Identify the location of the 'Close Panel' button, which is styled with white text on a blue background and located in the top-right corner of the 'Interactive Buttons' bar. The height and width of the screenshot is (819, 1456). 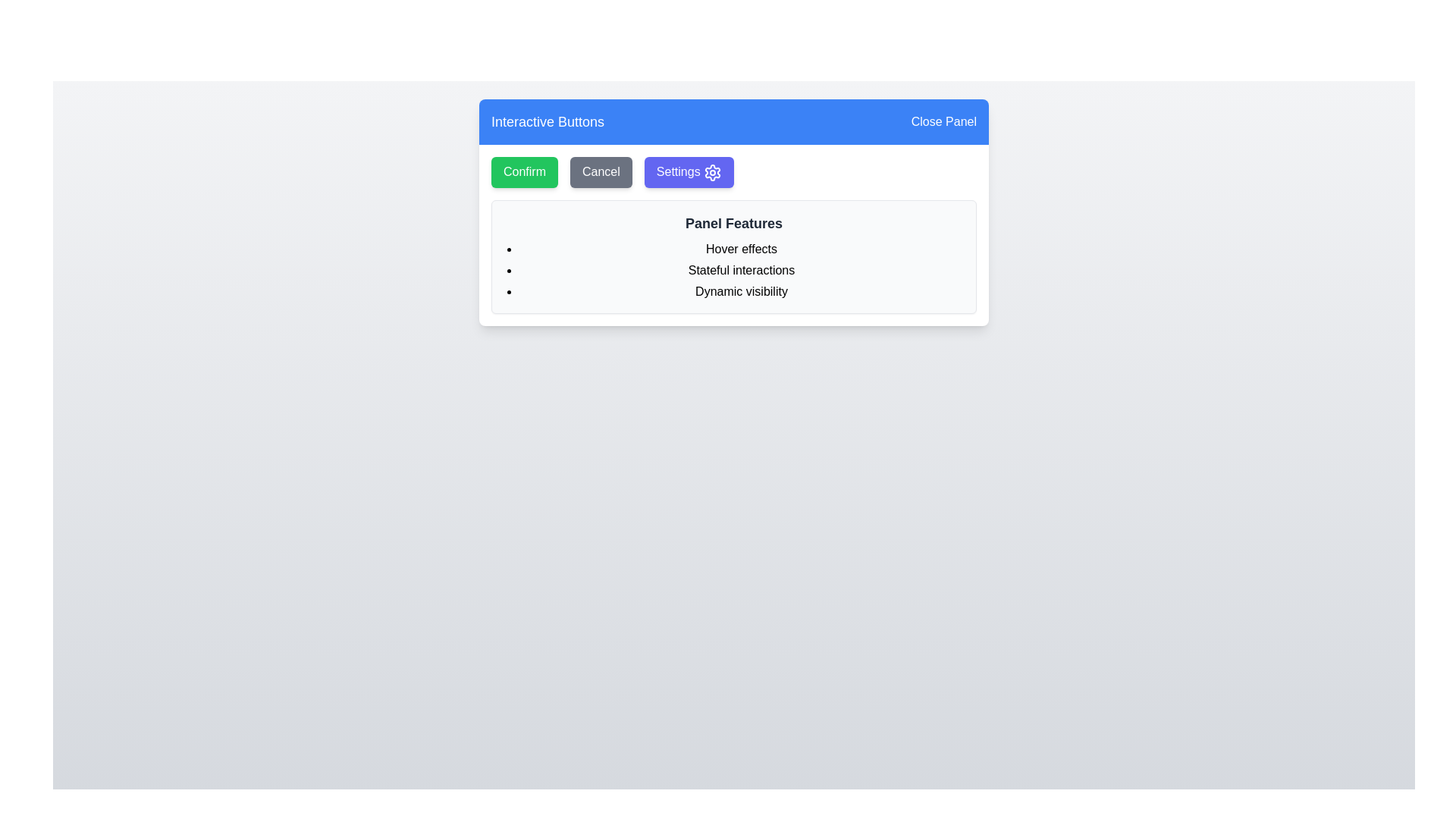
(943, 121).